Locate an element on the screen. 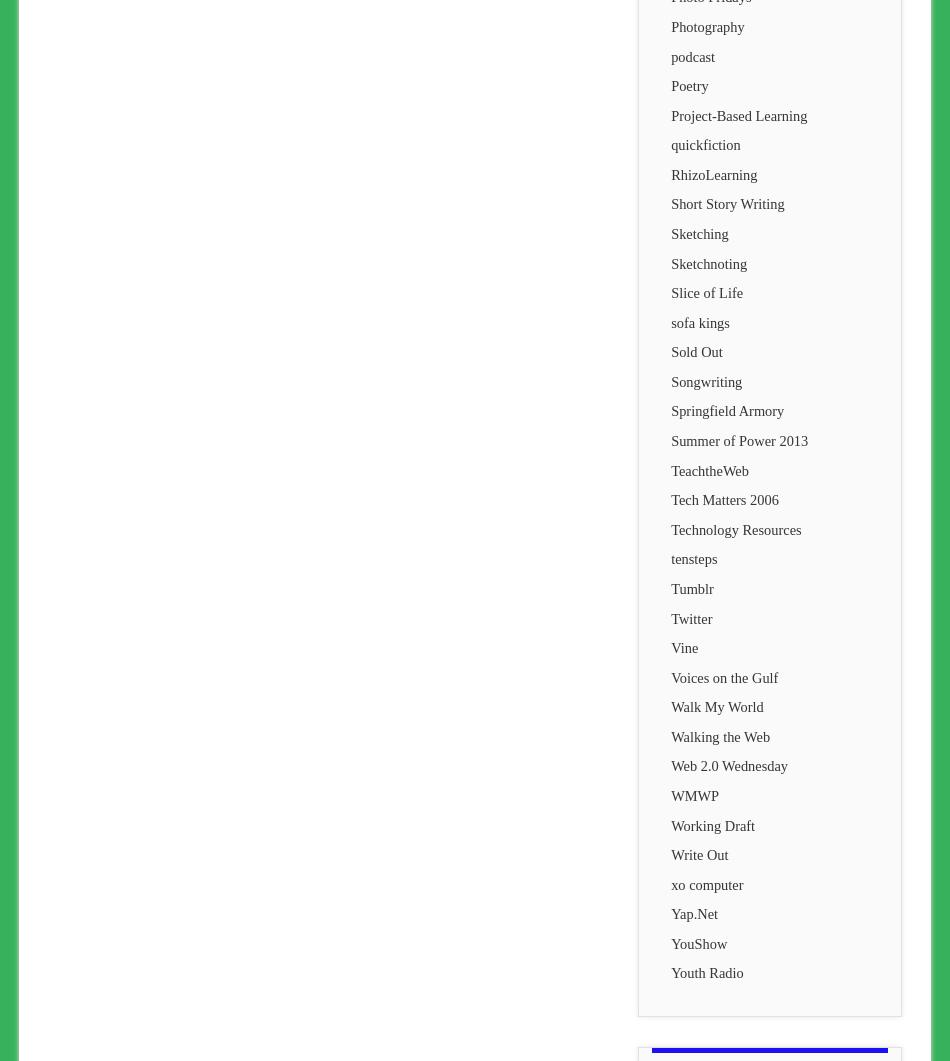  'Songwriting' is located at coordinates (706, 381).